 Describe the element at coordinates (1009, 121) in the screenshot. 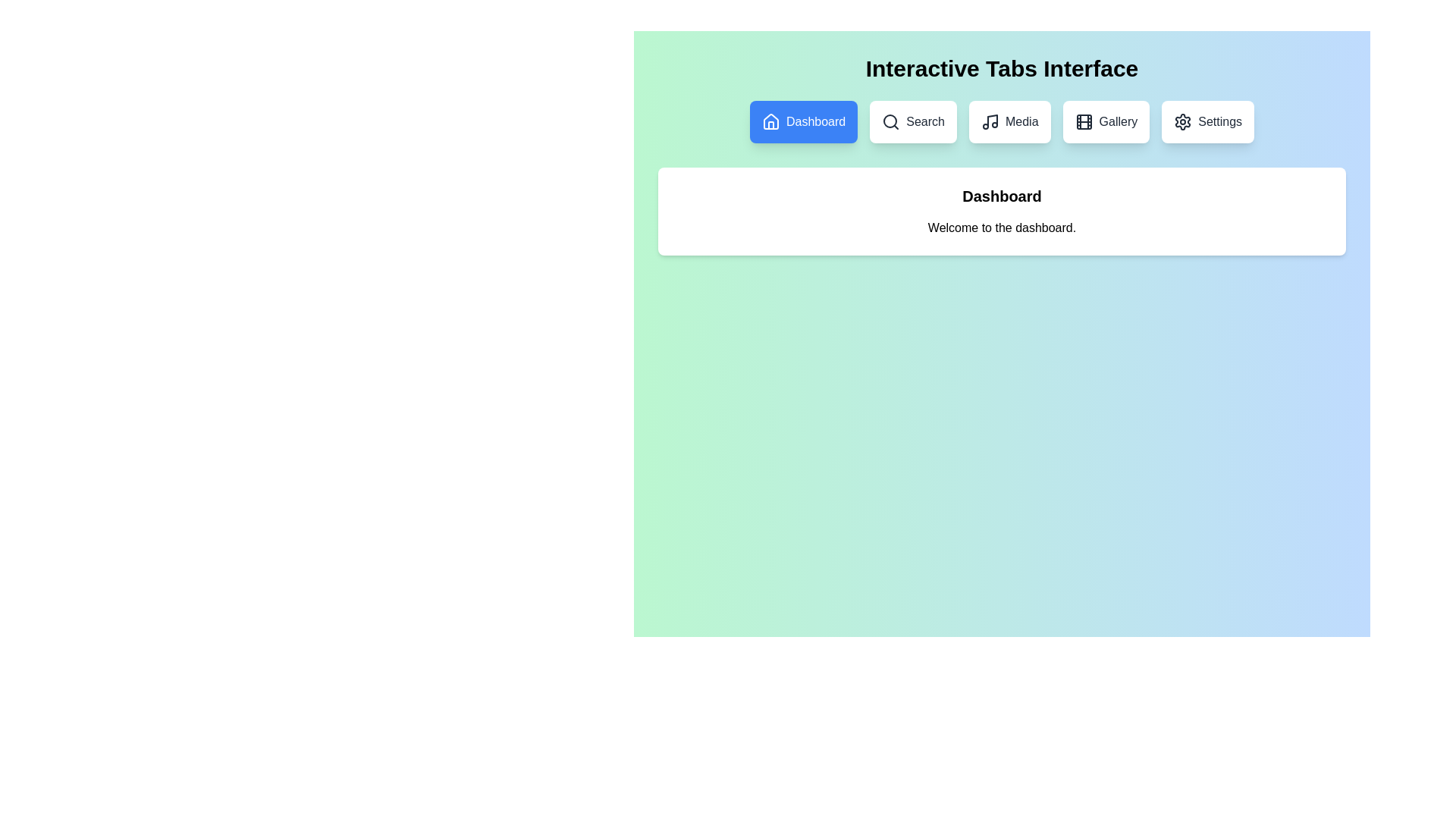

I see `the third button in the horizontal row of interactive tabs` at that location.